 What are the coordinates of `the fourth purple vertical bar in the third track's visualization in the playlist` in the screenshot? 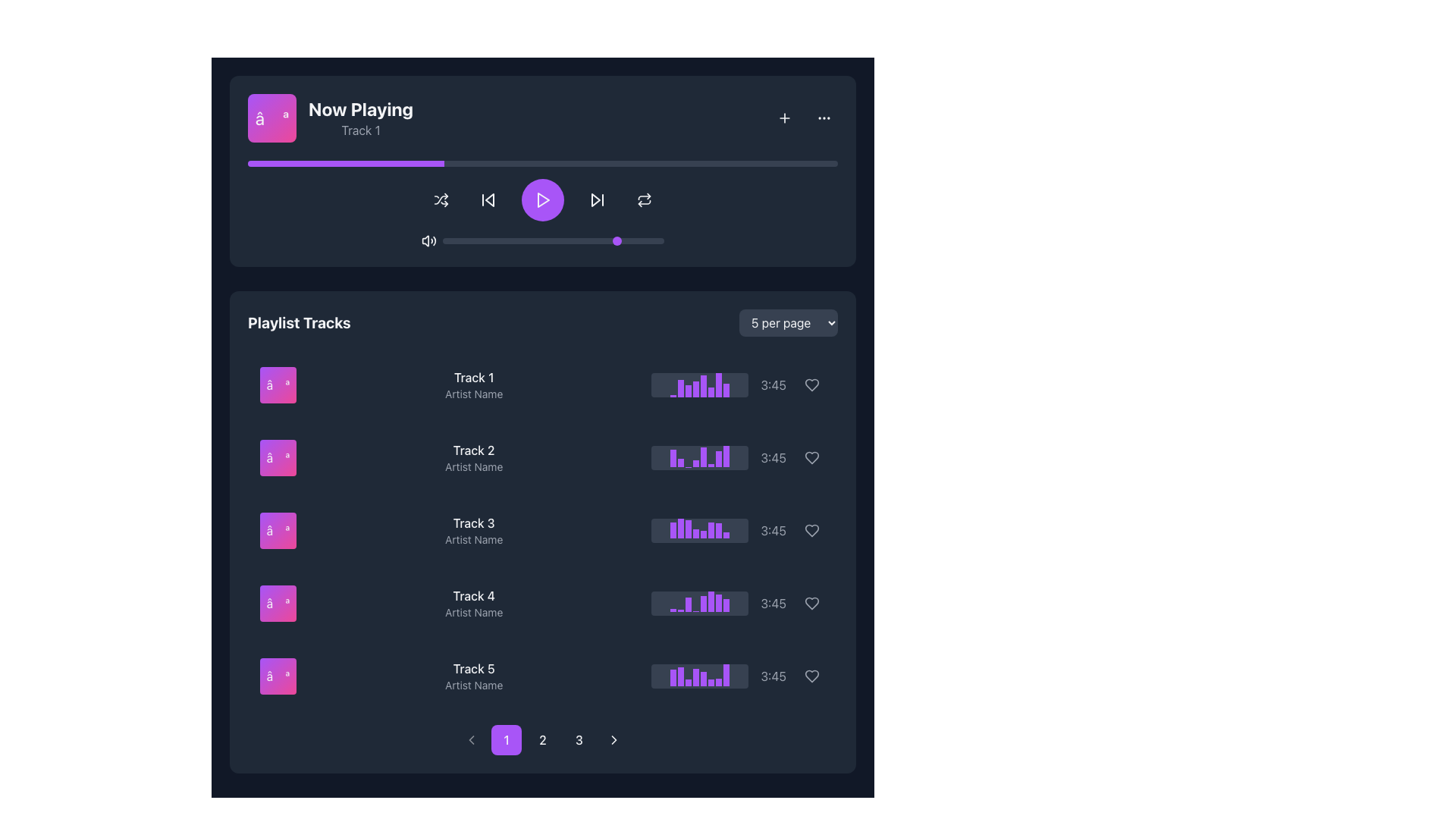 It's located at (695, 533).